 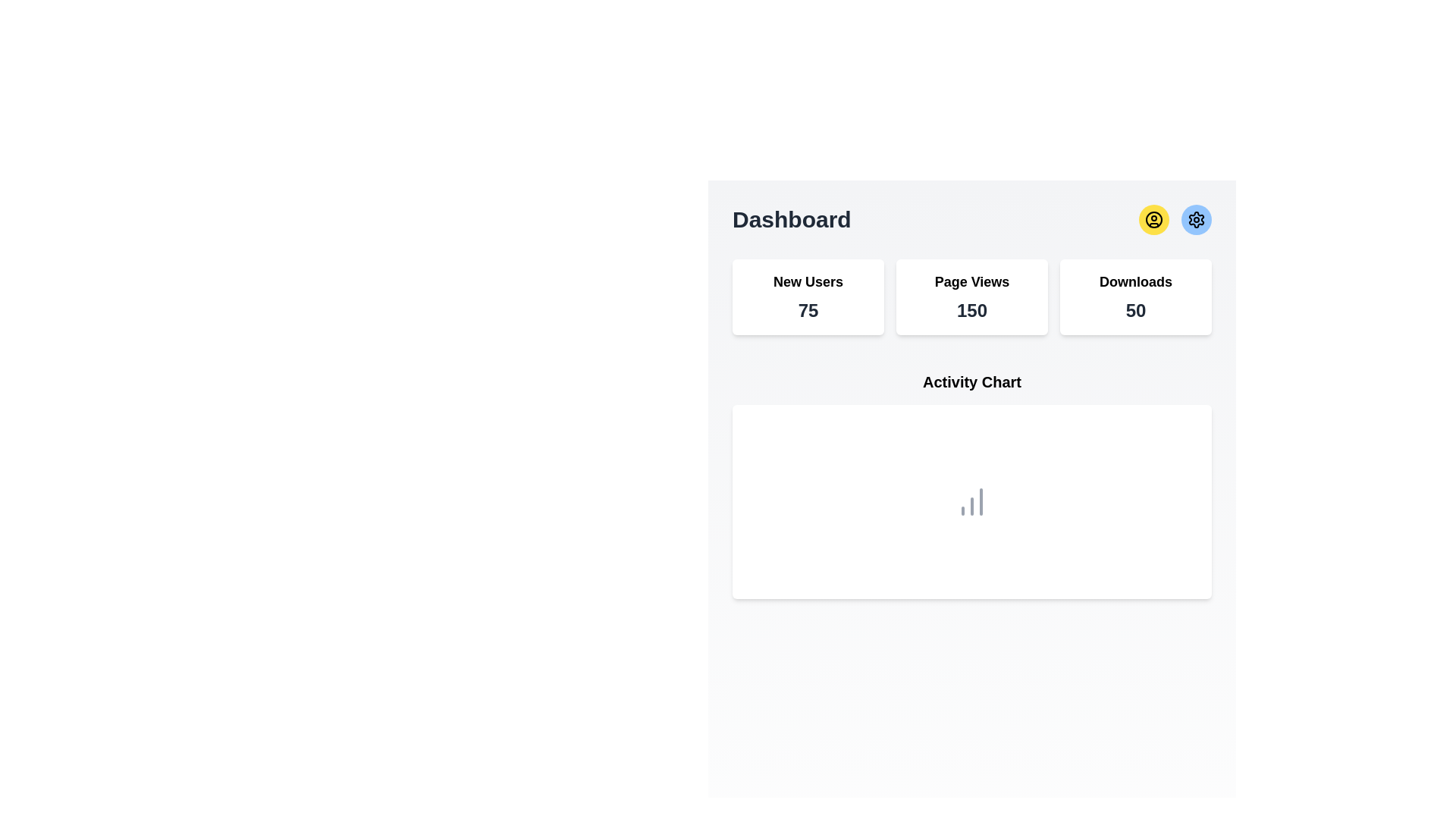 I want to click on the Statistic Card displaying 'Downloads' with the number '50' in bold, gray font, so click(x=1135, y=297).